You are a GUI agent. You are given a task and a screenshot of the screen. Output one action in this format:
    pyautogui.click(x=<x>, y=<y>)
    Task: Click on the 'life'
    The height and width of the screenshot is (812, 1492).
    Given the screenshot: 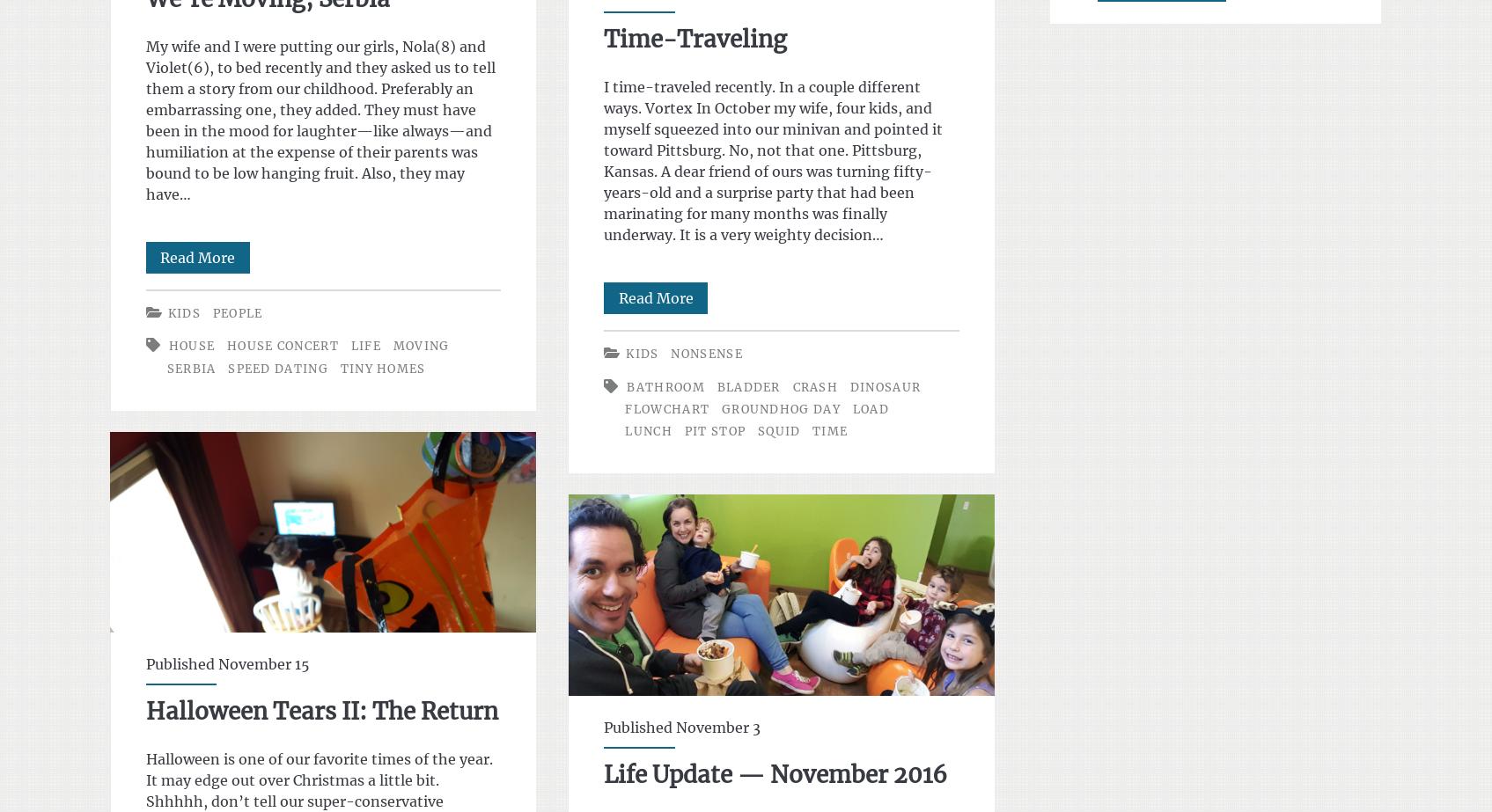 What is the action you would take?
    pyautogui.click(x=364, y=346)
    